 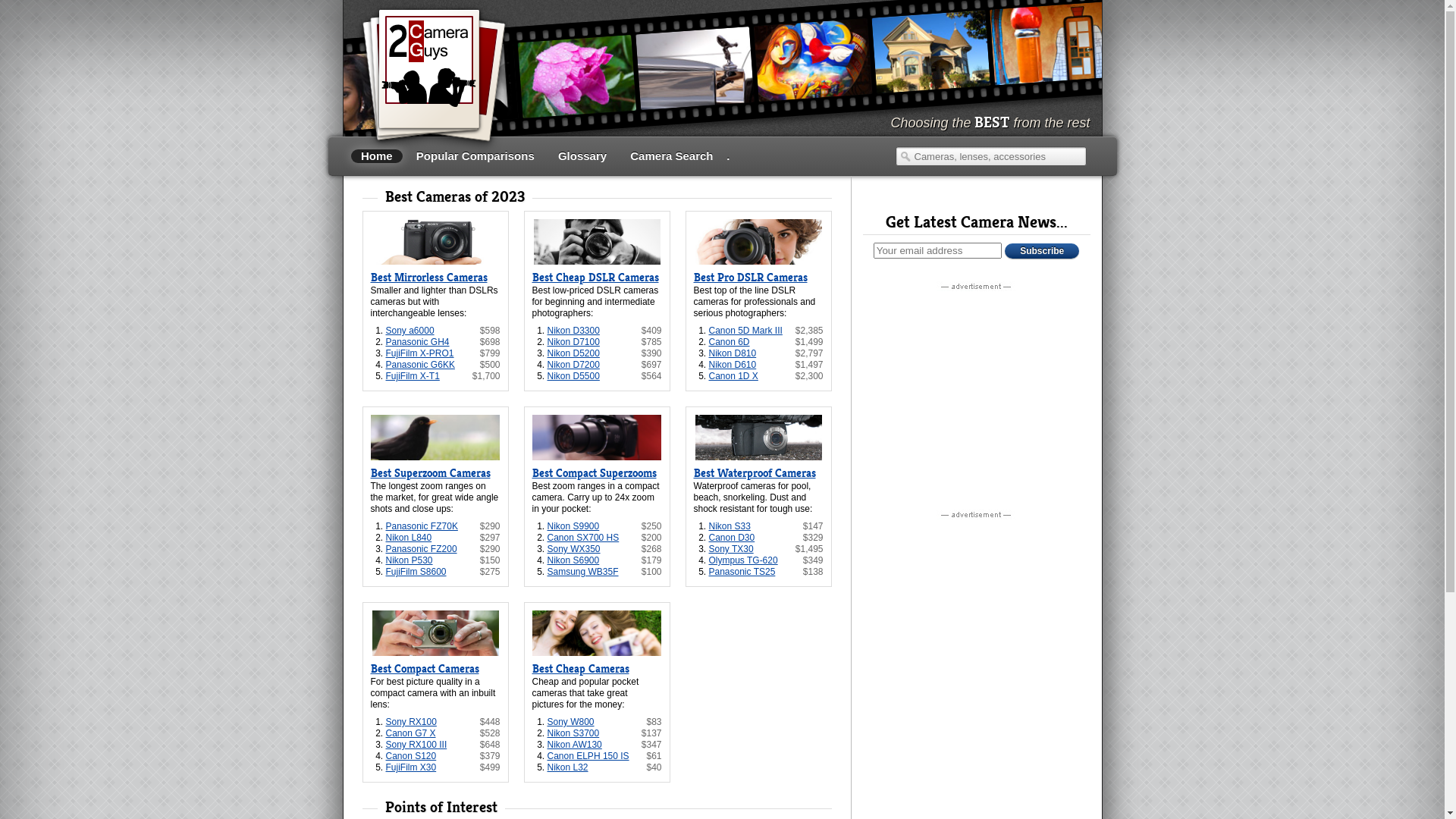 What do you see at coordinates (573, 329) in the screenshot?
I see `'Nikon D3300'` at bounding box center [573, 329].